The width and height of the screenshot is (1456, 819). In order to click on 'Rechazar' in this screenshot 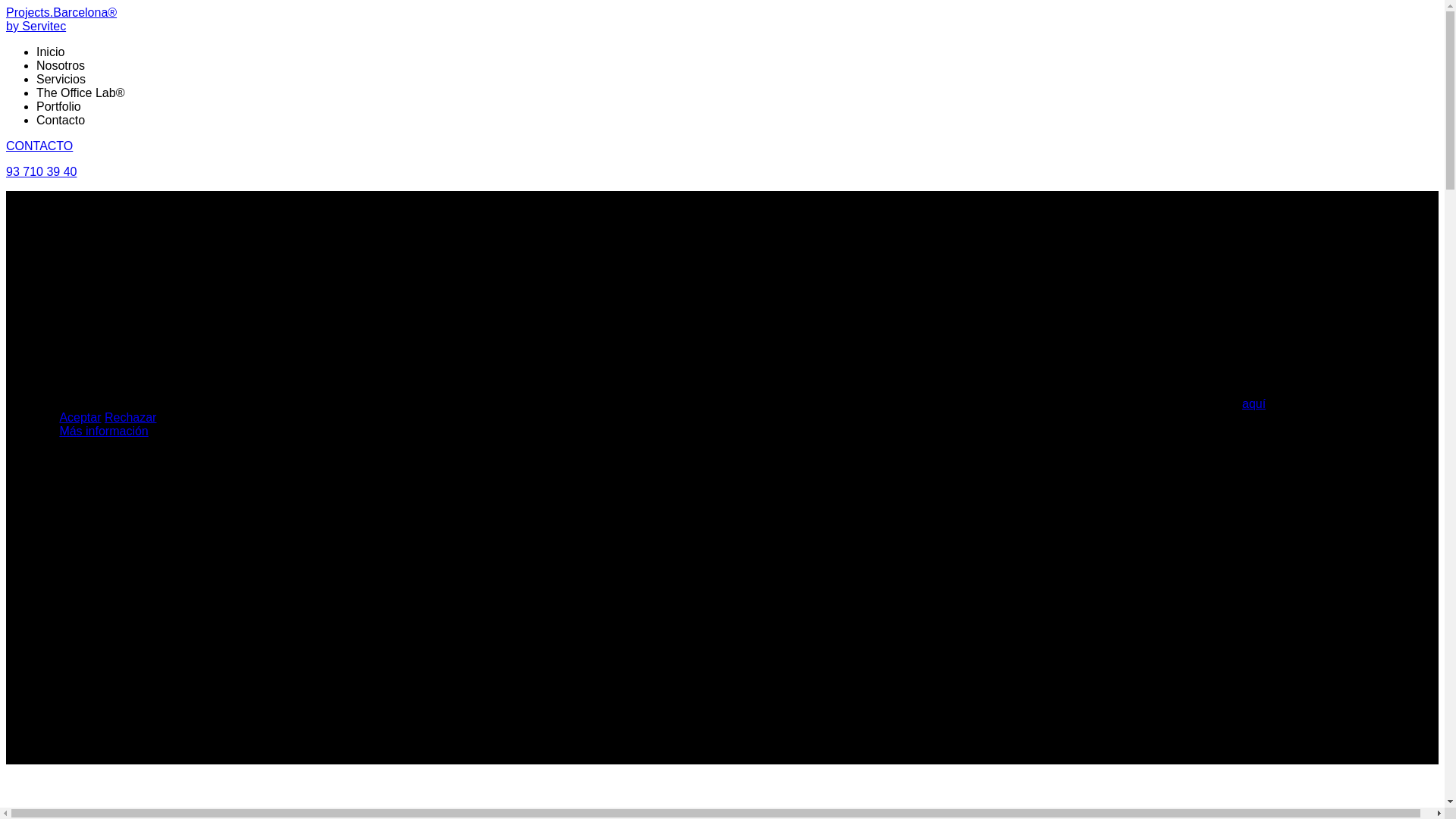, I will do `click(130, 417)`.